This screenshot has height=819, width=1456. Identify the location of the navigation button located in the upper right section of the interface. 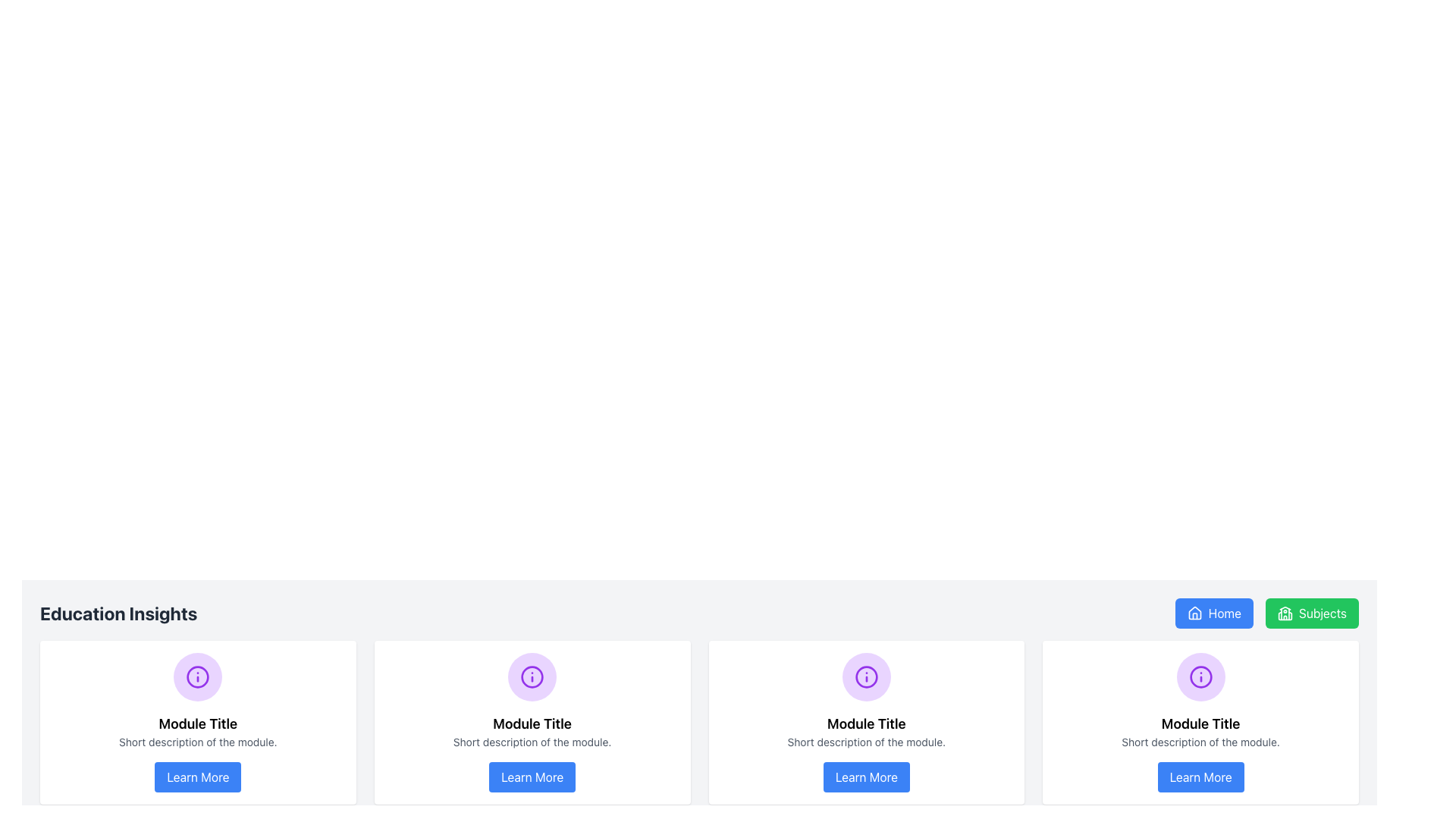
(1214, 613).